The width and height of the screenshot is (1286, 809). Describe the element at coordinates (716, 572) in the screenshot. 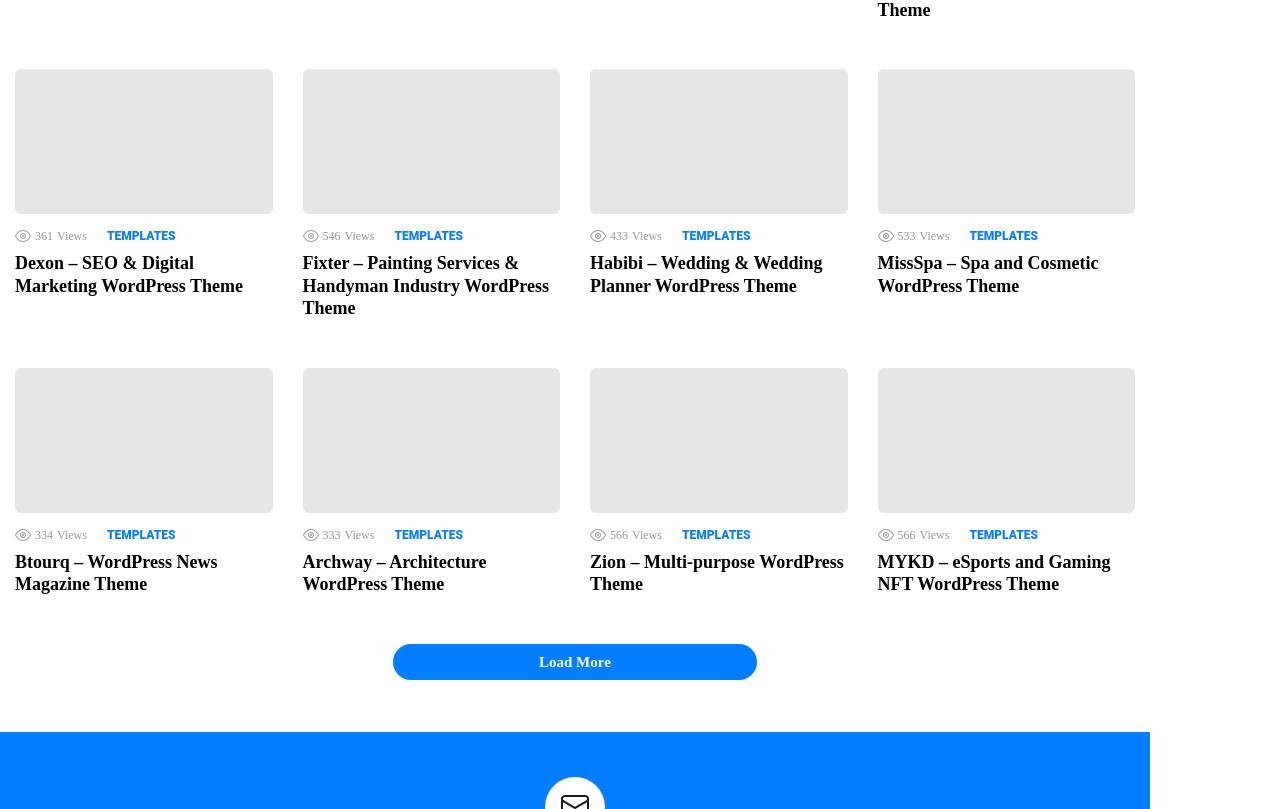

I see `'Zion – Multi-purpose WordPress Theme'` at that location.